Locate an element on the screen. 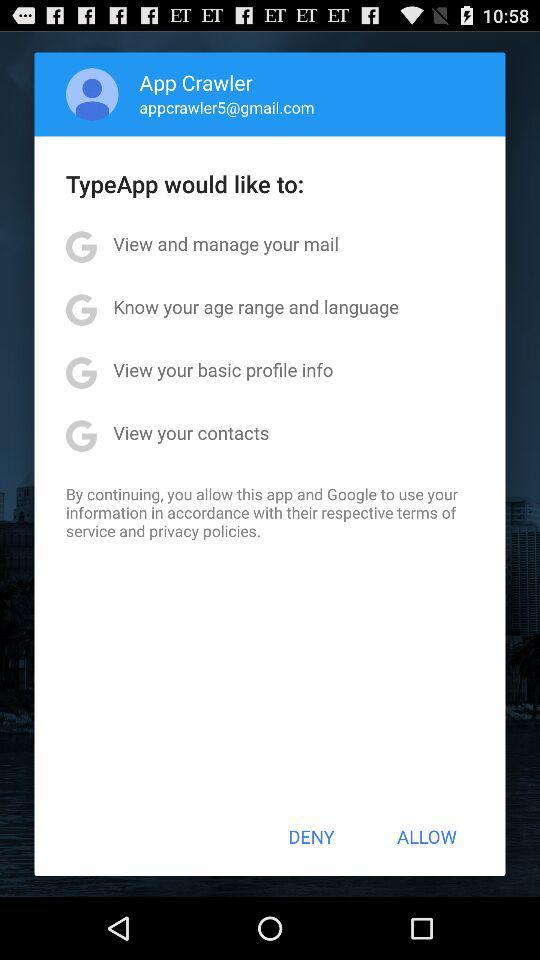 This screenshot has height=960, width=540. the app above typeapp would like is located at coordinates (226, 107).